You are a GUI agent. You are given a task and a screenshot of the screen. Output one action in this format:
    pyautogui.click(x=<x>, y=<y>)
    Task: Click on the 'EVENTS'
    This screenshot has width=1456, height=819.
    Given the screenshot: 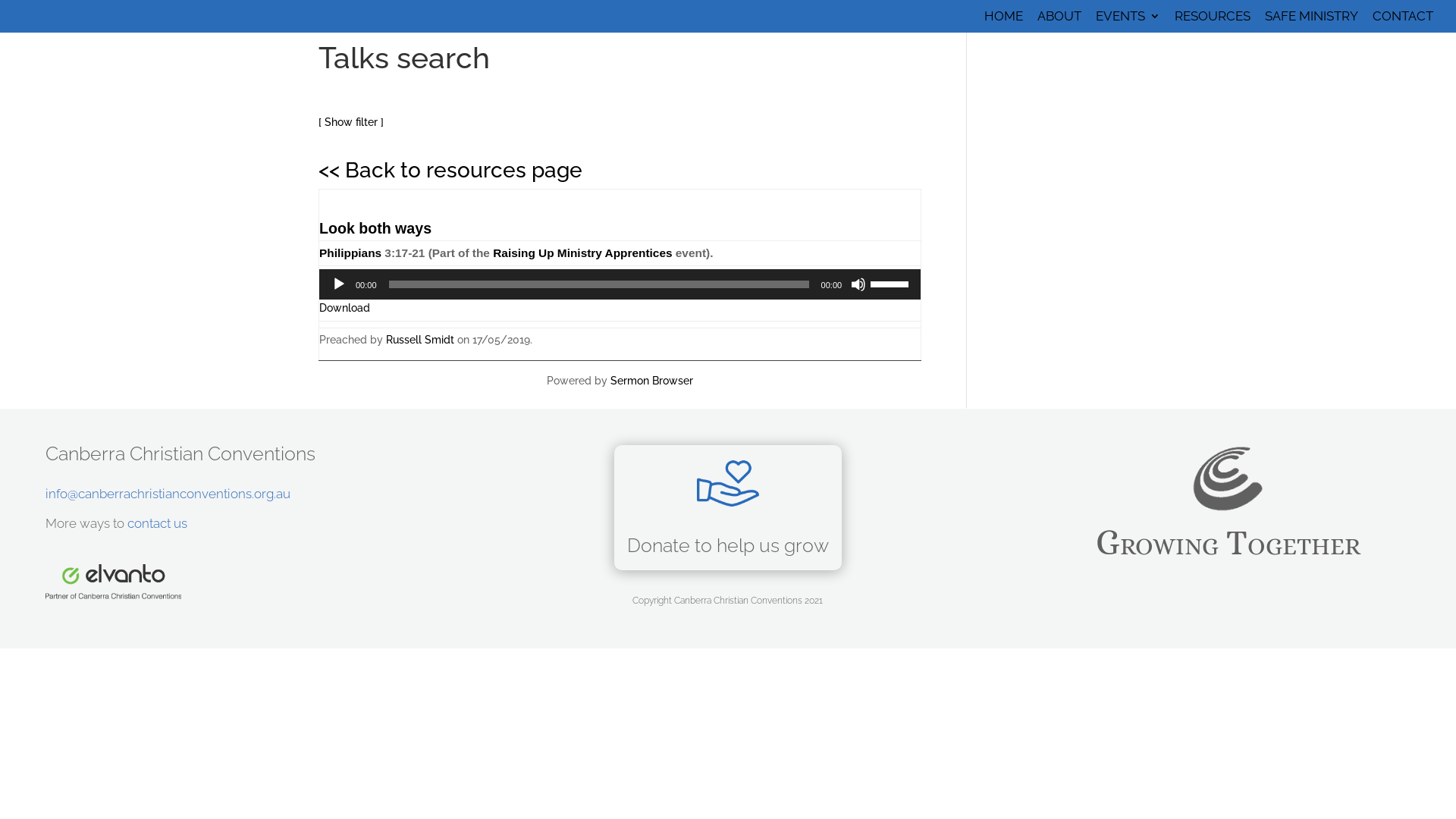 What is the action you would take?
    pyautogui.click(x=1095, y=20)
    